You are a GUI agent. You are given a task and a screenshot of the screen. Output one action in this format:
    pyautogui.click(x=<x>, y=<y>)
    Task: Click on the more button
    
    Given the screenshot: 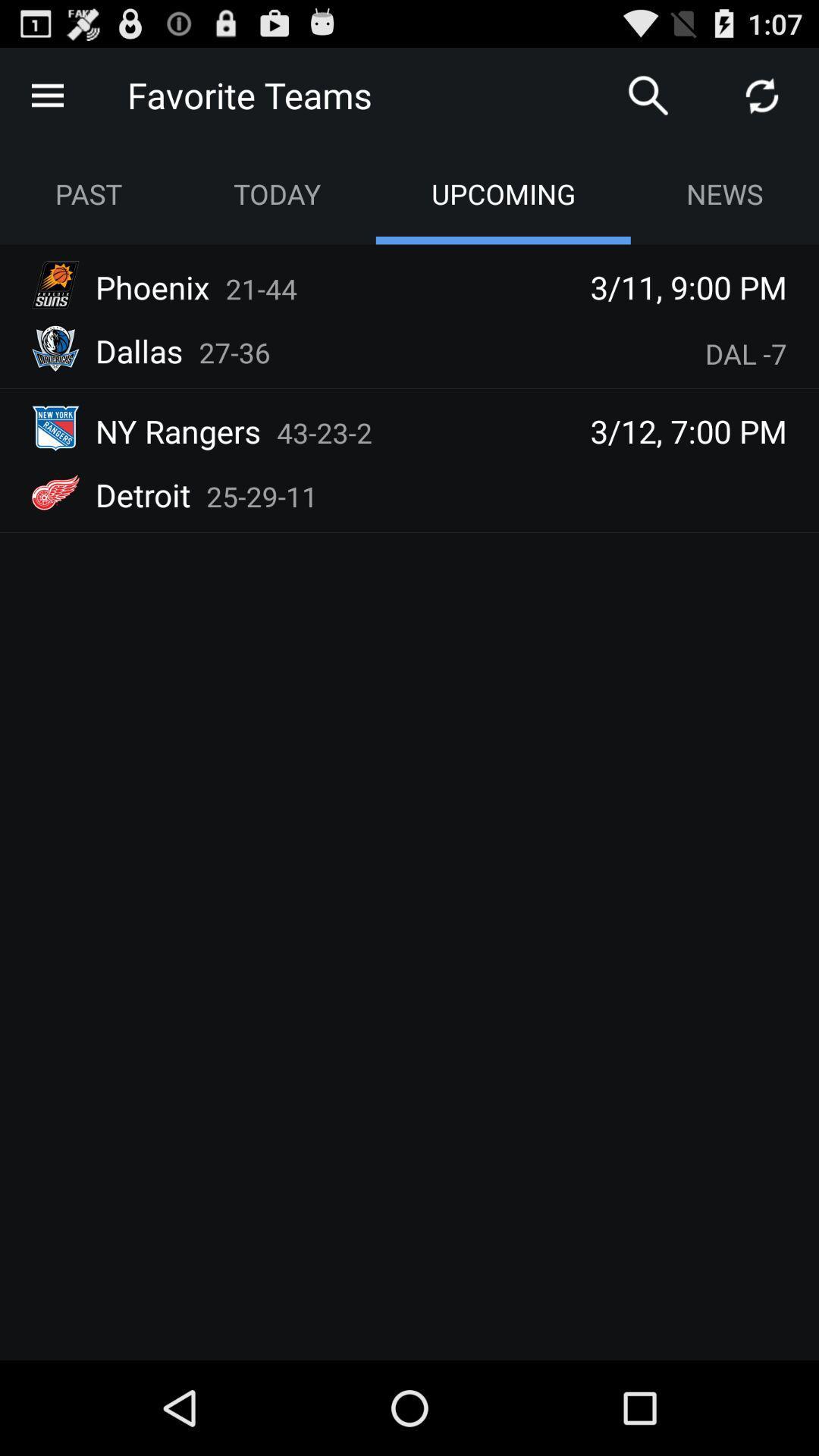 What is the action you would take?
    pyautogui.click(x=46, y=94)
    